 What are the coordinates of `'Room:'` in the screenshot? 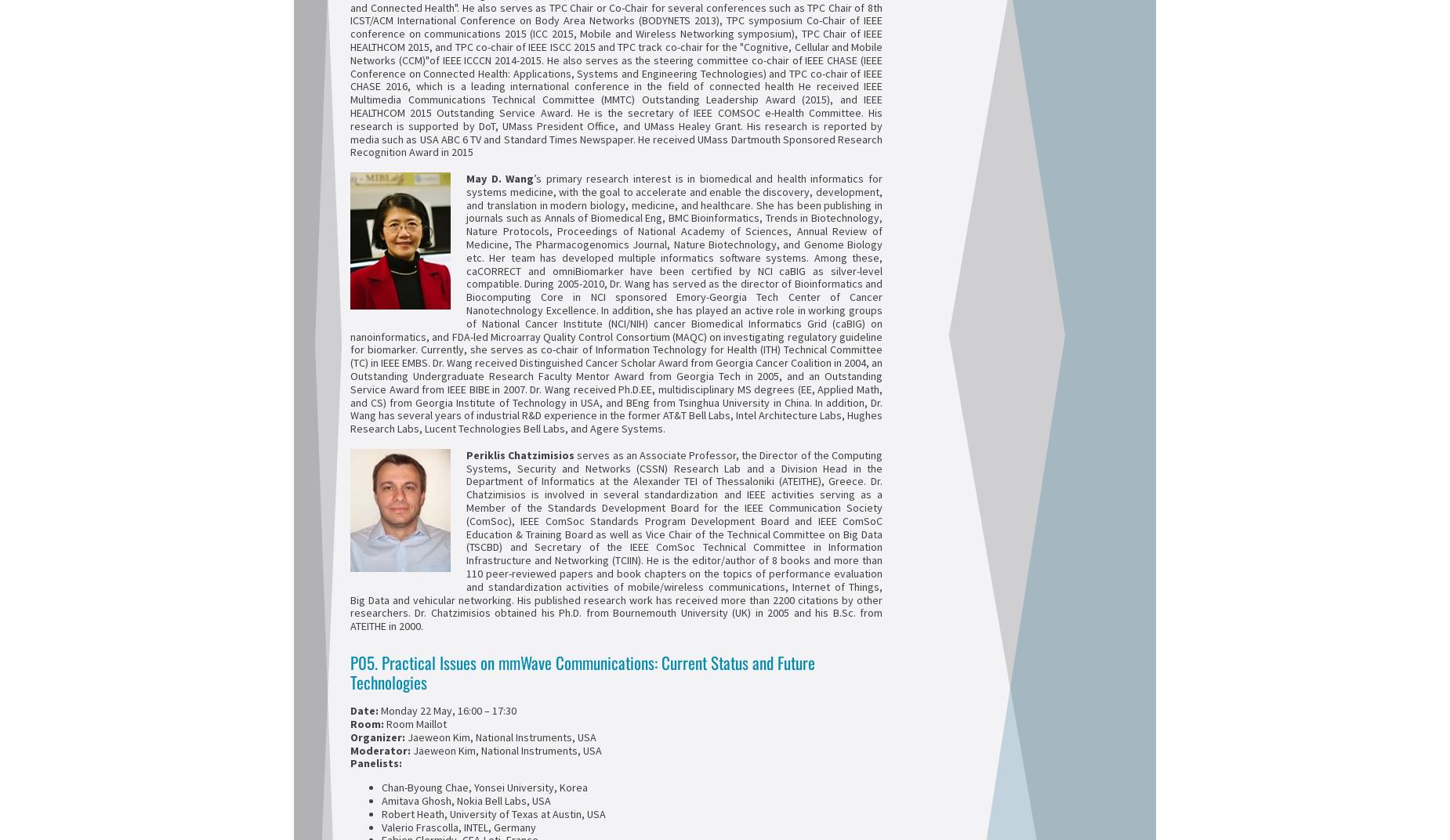 It's located at (368, 723).